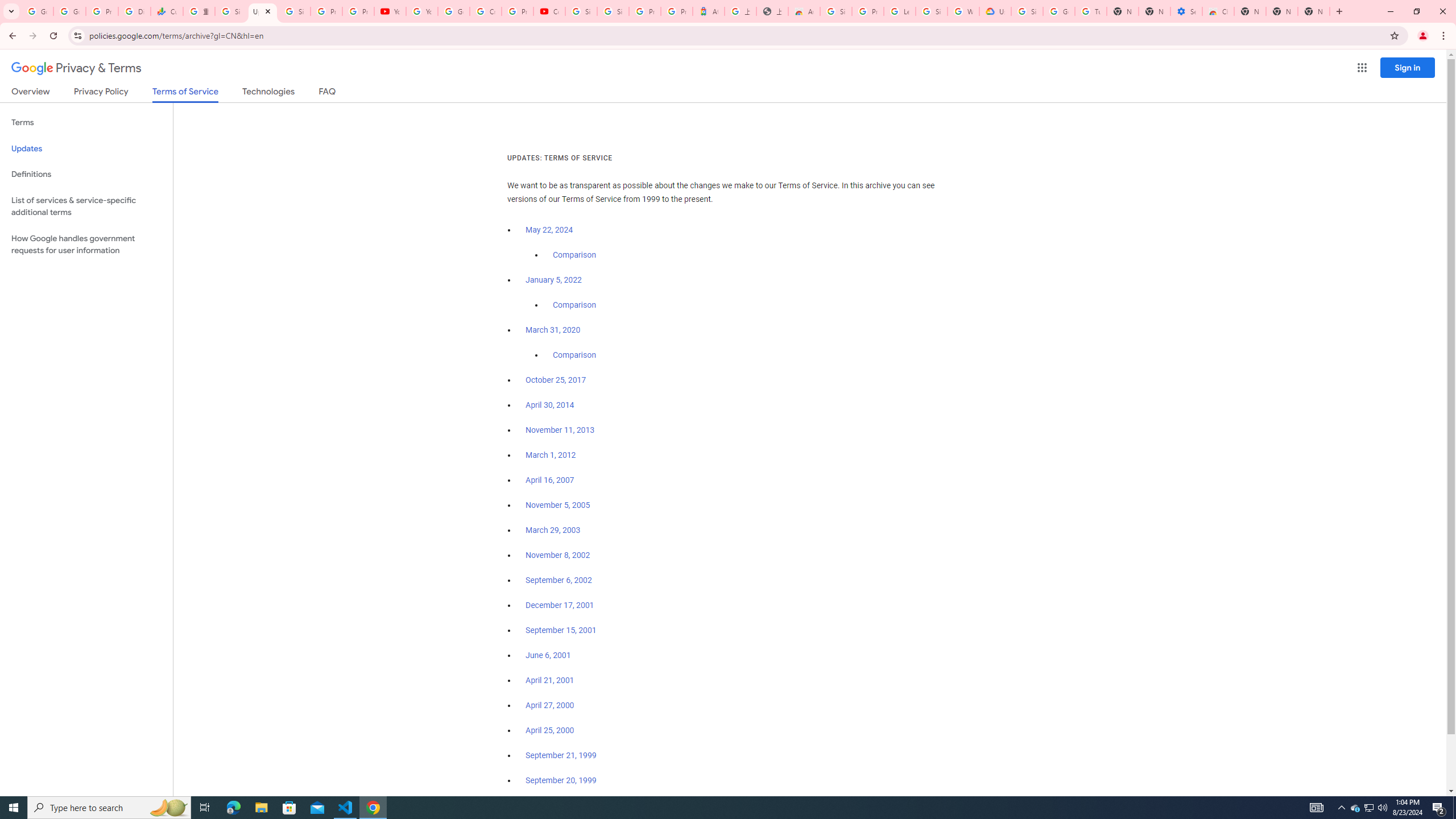 This screenshot has height=819, width=1456. Describe the element at coordinates (390, 11) in the screenshot. I see `'YouTube'` at that location.